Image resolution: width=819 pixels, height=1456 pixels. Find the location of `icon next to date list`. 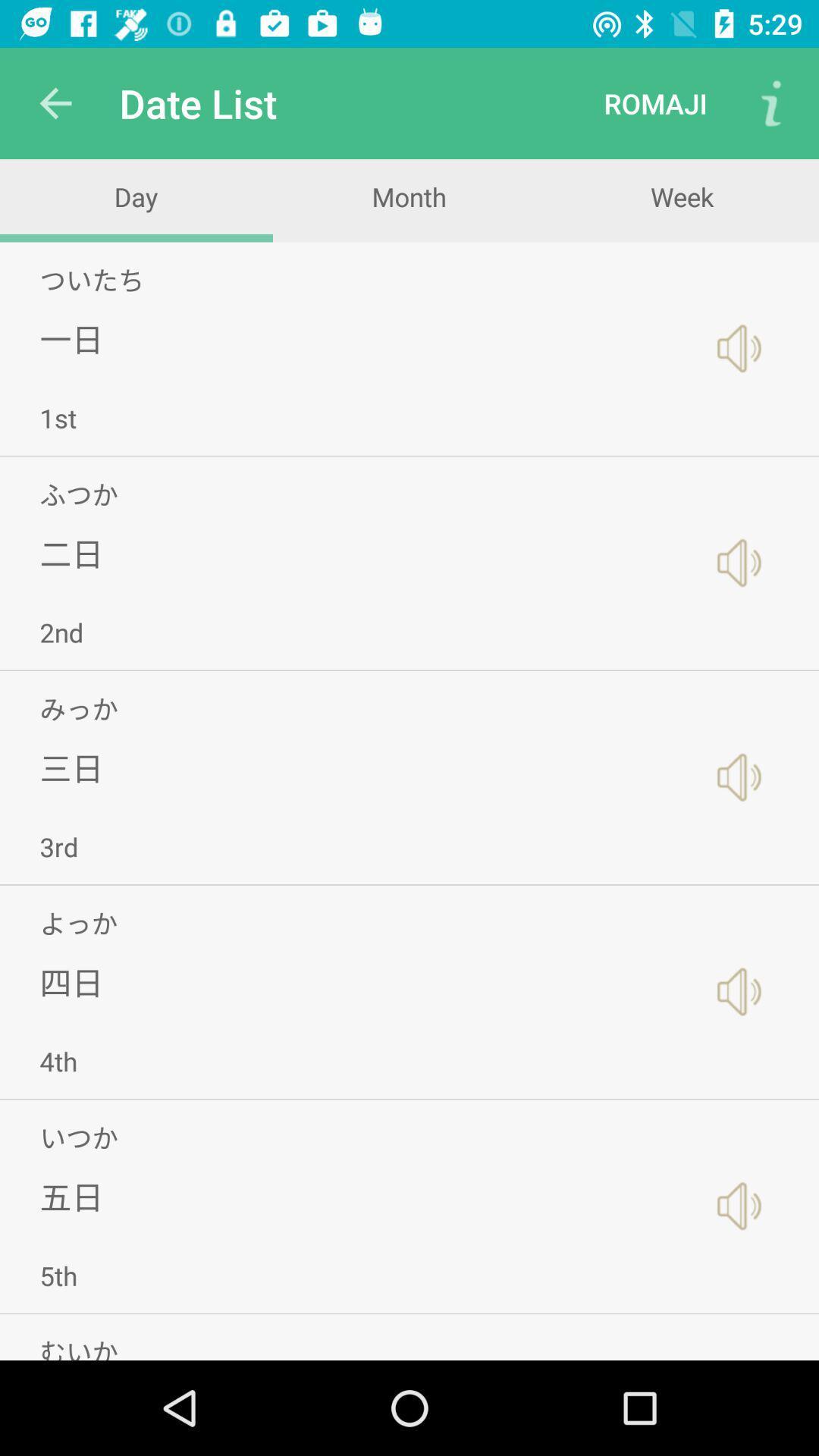

icon next to date list is located at coordinates (55, 102).